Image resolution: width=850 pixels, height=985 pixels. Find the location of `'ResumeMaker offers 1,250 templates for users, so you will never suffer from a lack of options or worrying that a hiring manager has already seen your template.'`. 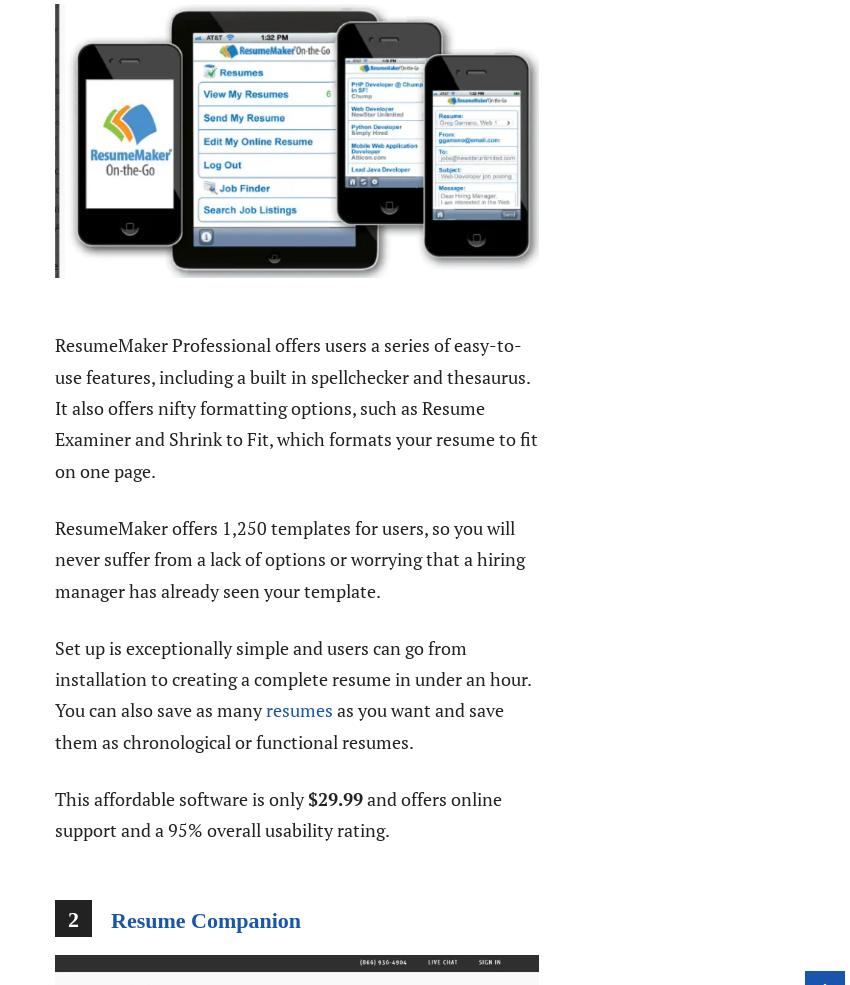

'ResumeMaker offers 1,250 templates for users, so you will never suffer from a lack of options or worrying that a hiring manager has already seen your template.' is located at coordinates (54, 558).